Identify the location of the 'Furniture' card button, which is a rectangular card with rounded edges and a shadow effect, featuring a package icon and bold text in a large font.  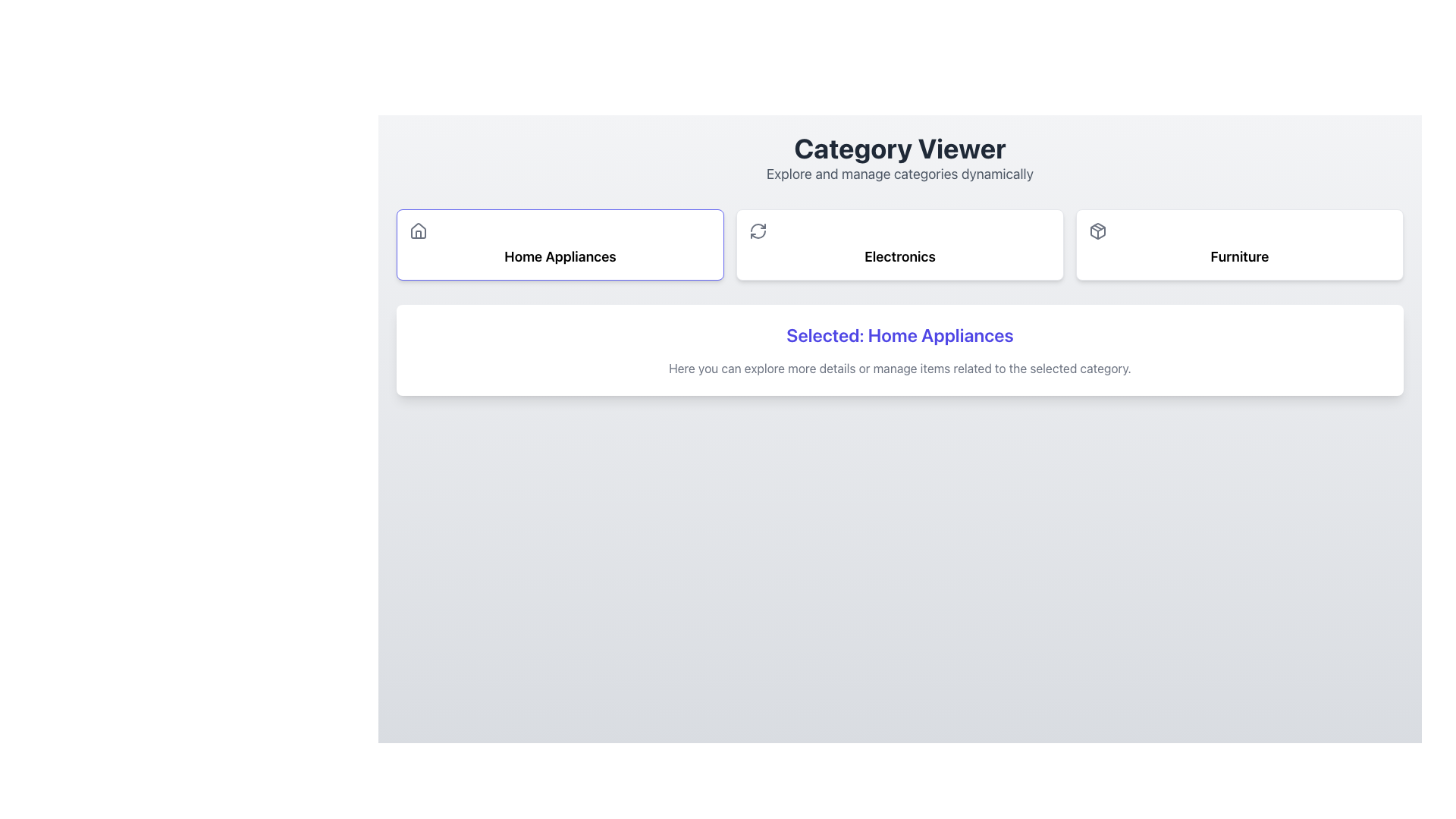
(1240, 244).